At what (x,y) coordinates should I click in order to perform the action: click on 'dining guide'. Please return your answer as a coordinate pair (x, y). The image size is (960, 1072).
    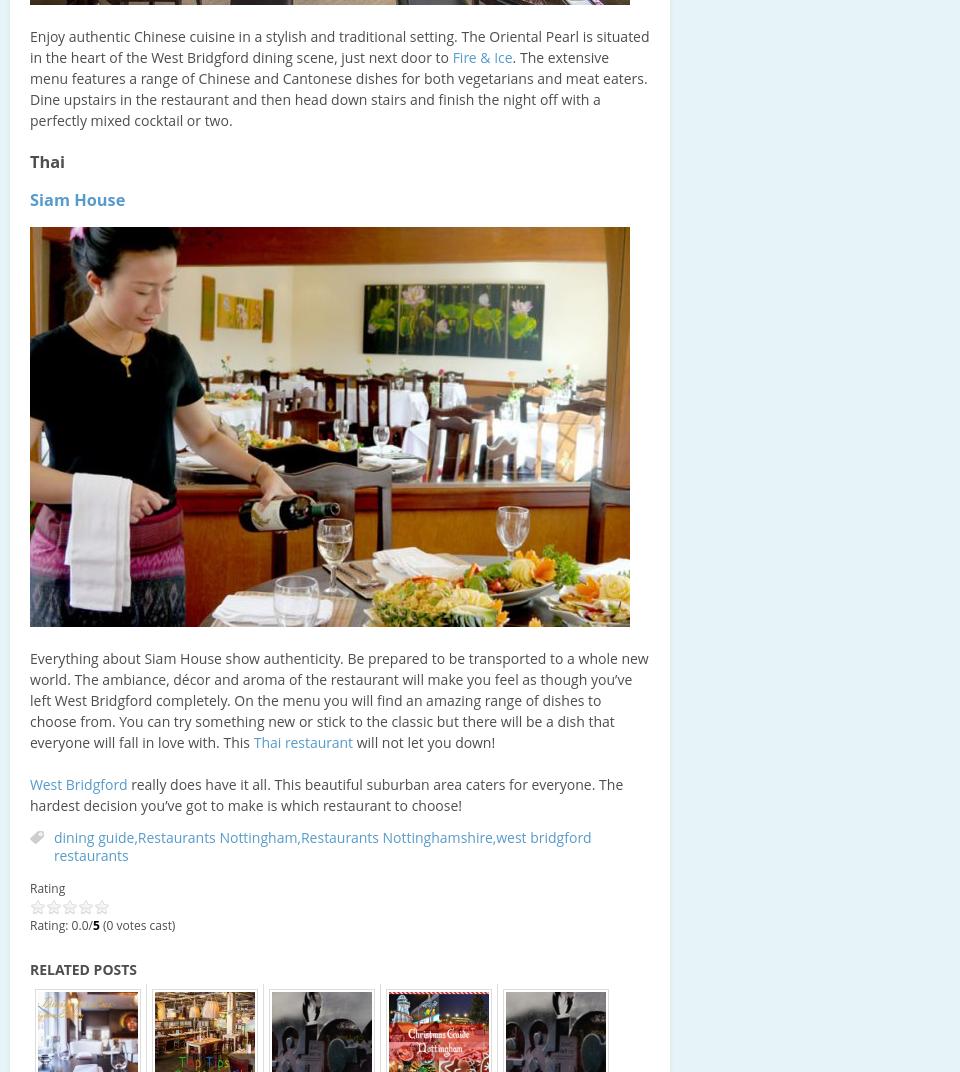
    Looking at the image, I should click on (93, 836).